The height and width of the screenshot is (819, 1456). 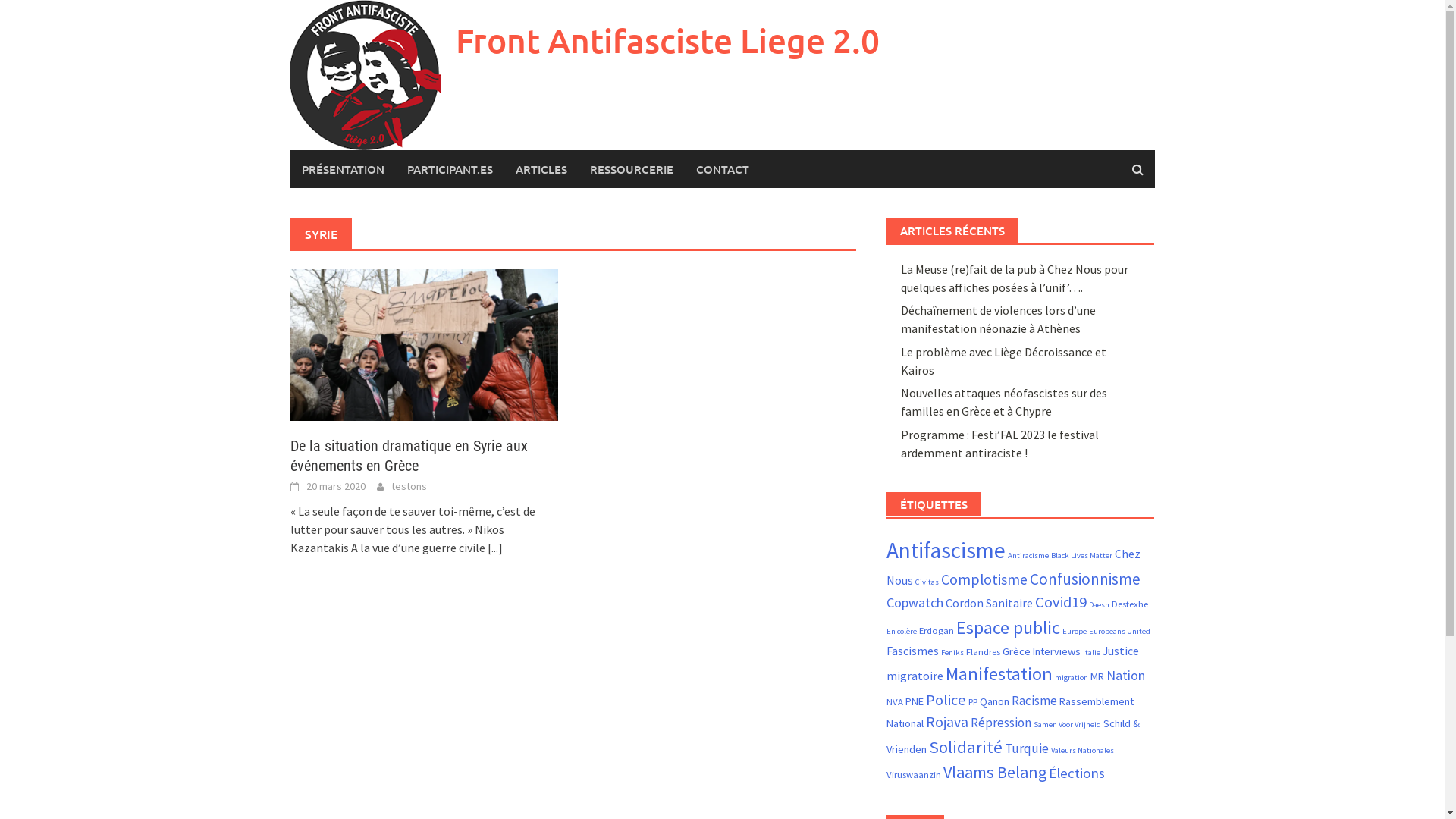 What do you see at coordinates (334, 485) in the screenshot?
I see `'20 mars 2020'` at bounding box center [334, 485].